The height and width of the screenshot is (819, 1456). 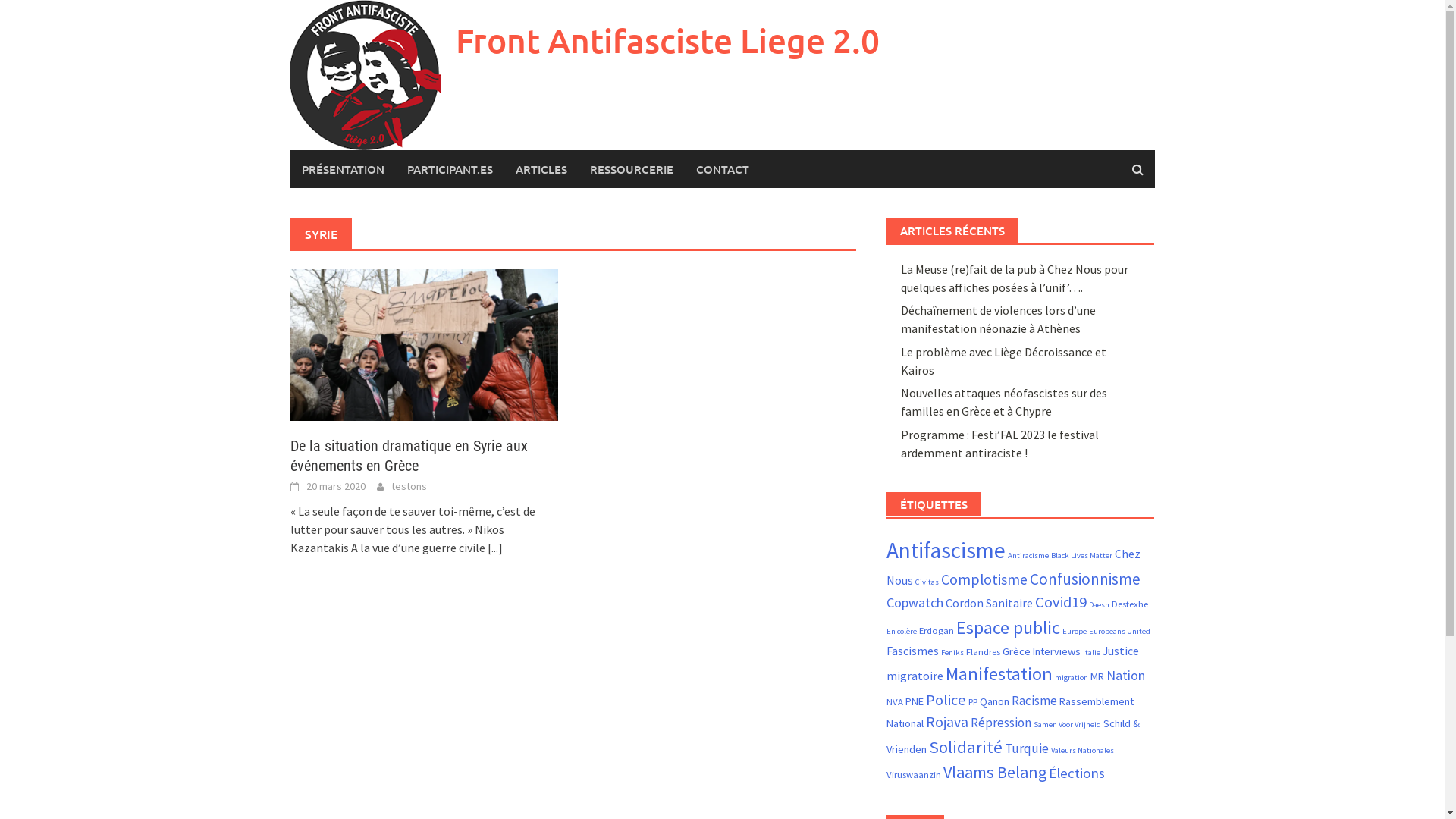 What do you see at coordinates (334, 485) in the screenshot?
I see `'20 mars 2020'` at bounding box center [334, 485].